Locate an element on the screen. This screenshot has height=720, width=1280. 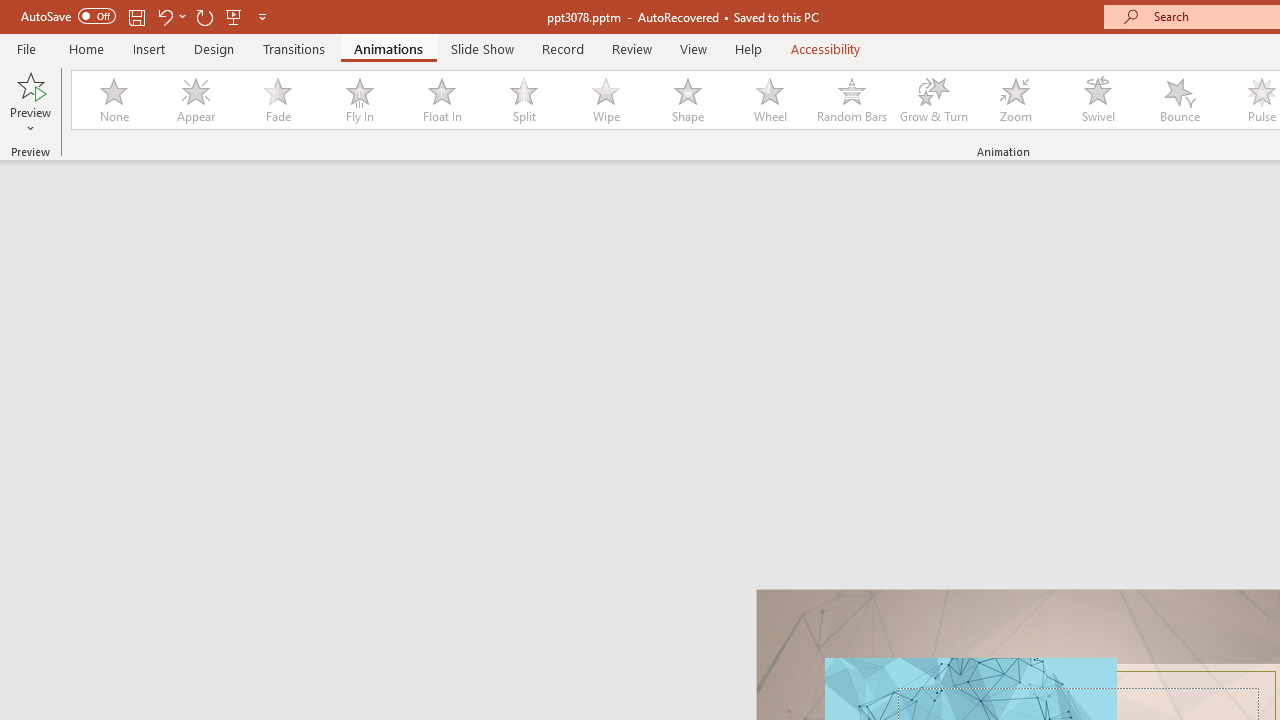
'Fly In' is located at coordinates (359, 100).